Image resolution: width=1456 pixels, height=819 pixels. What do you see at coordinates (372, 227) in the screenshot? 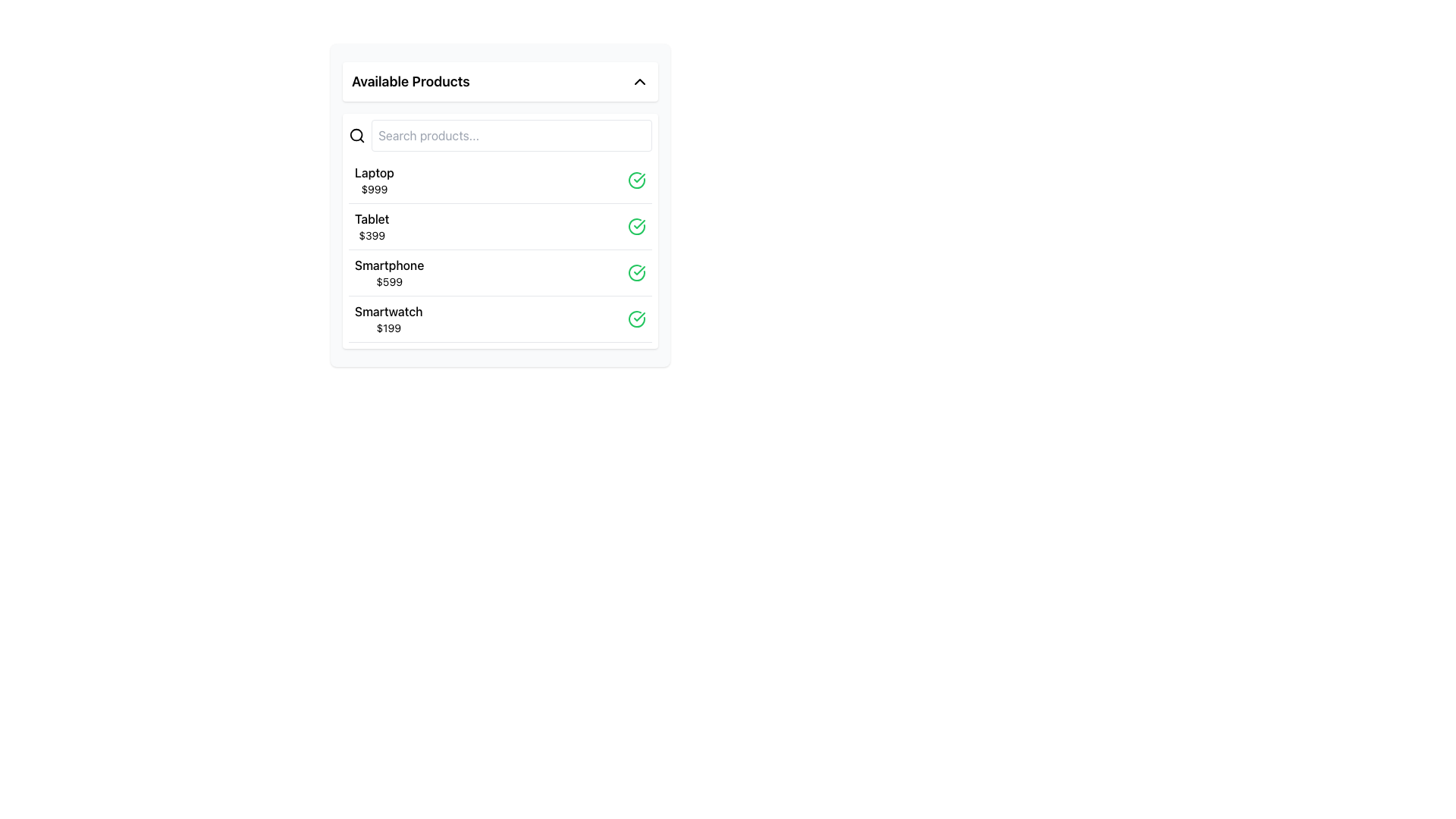
I see `the Text Display element representing a 'Tablet' with a price of '$399', located in the second row of the 'Available Products' section, directly below the 'Laptop $999' entry` at bounding box center [372, 227].